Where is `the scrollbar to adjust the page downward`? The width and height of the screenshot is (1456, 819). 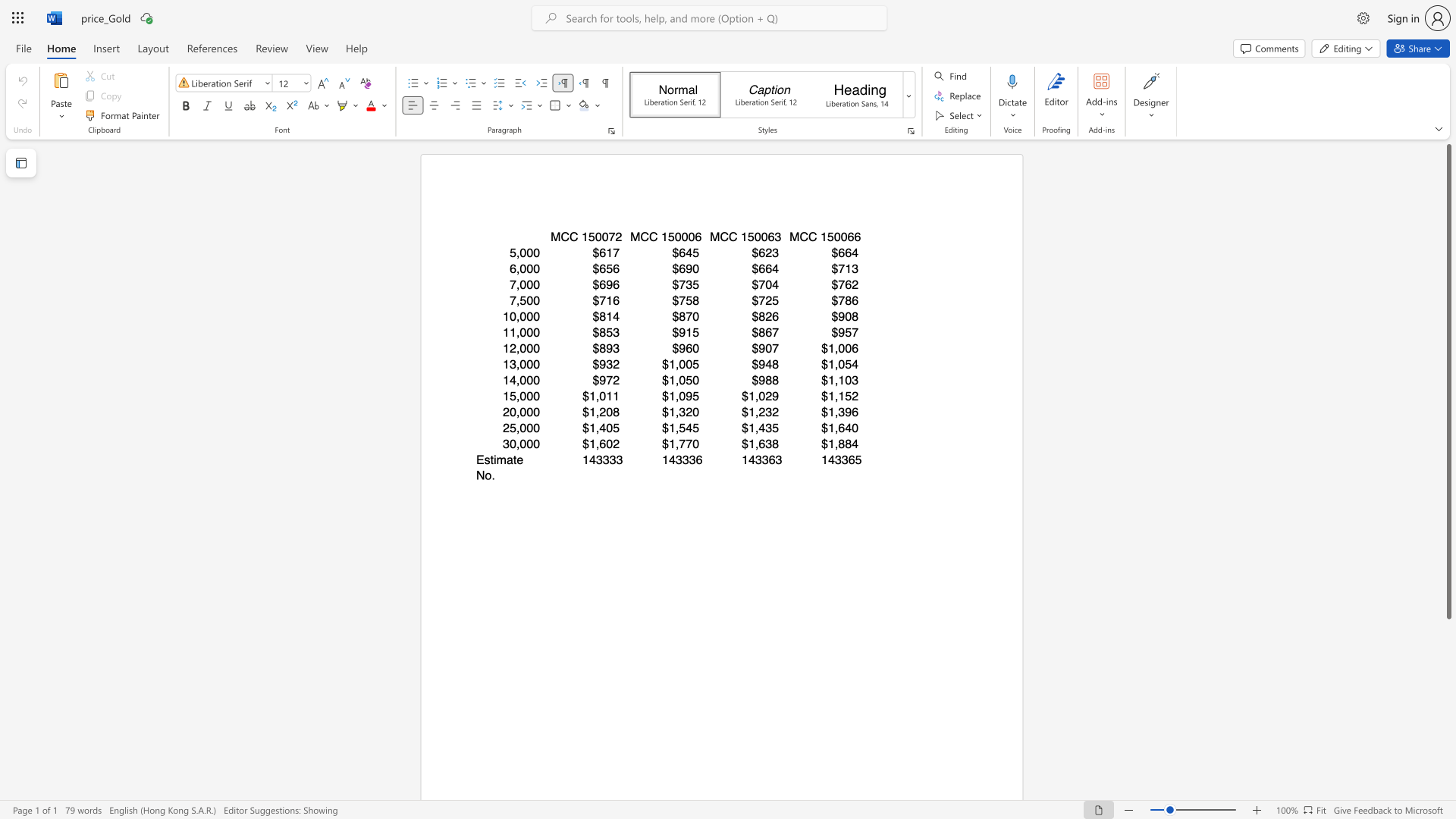 the scrollbar to adjust the page downward is located at coordinates (1448, 780).